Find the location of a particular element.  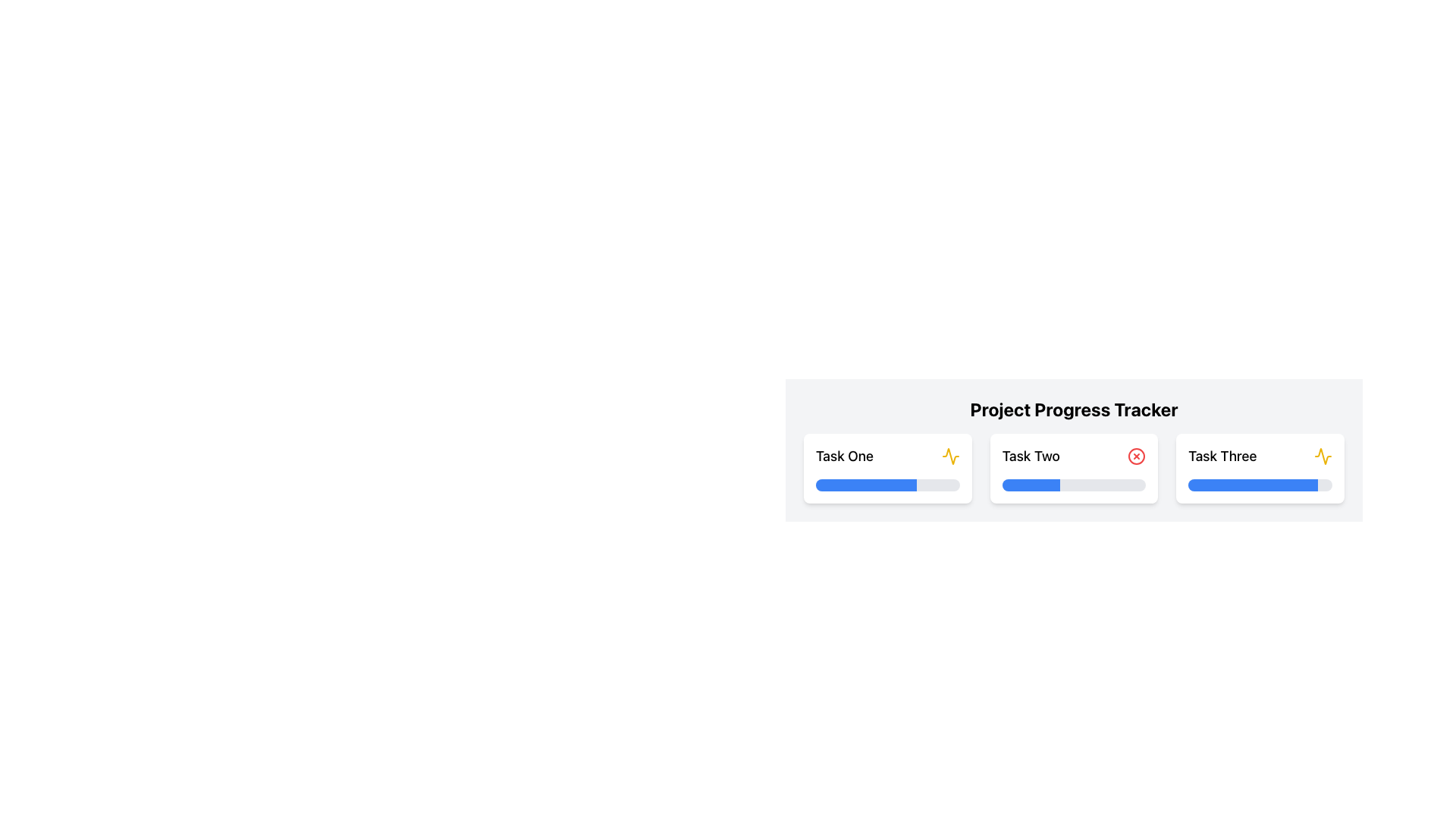

the Progress Bar located within the 'Task One' card, which visually represents the task completion percentage is located at coordinates (887, 485).